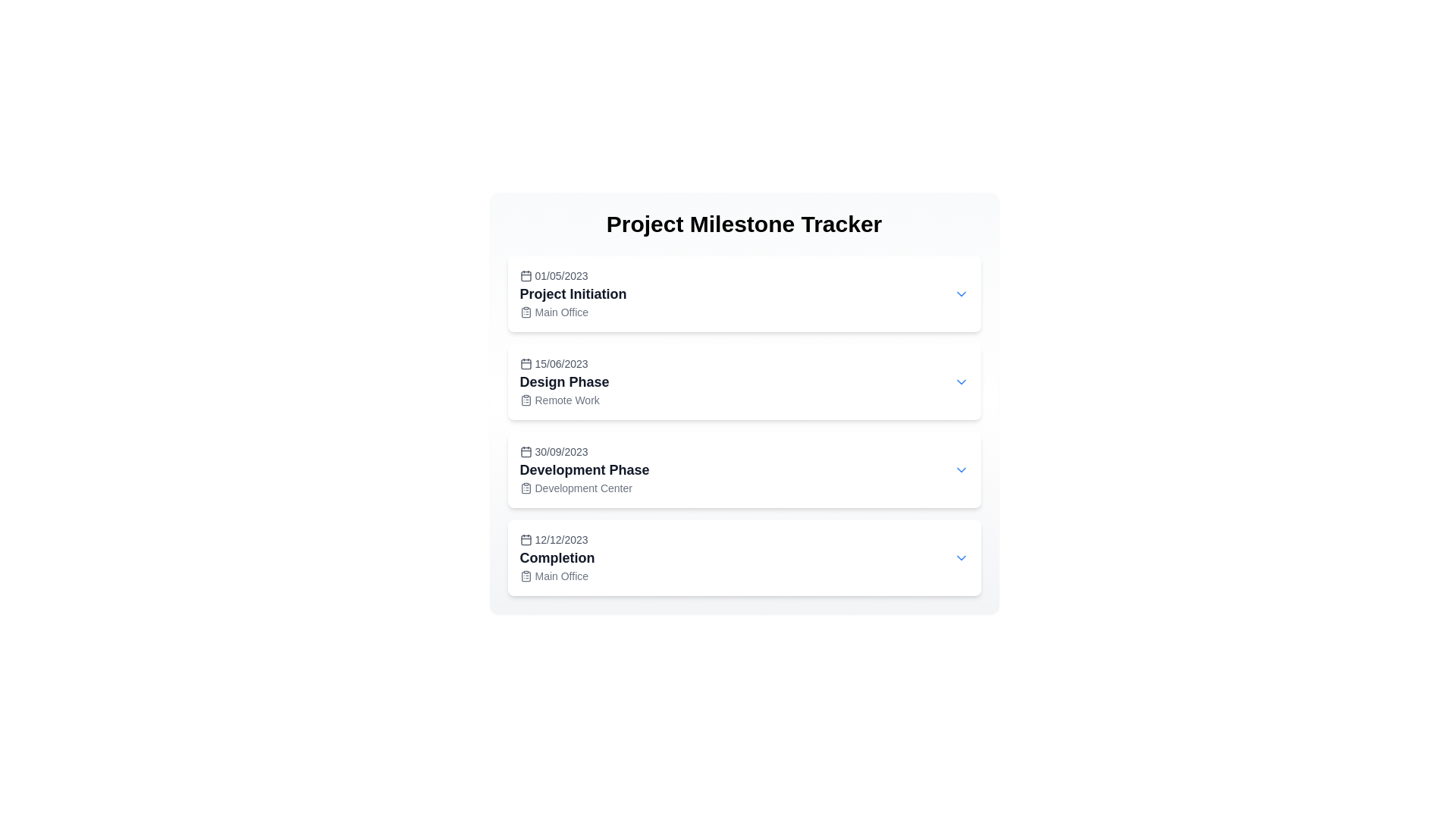 Image resolution: width=1456 pixels, height=819 pixels. What do you see at coordinates (960, 469) in the screenshot?
I see `the small blue down-chevron icon indicating a dropdown for the 'Development Phase' entry in the milestone list` at bounding box center [960, 469].